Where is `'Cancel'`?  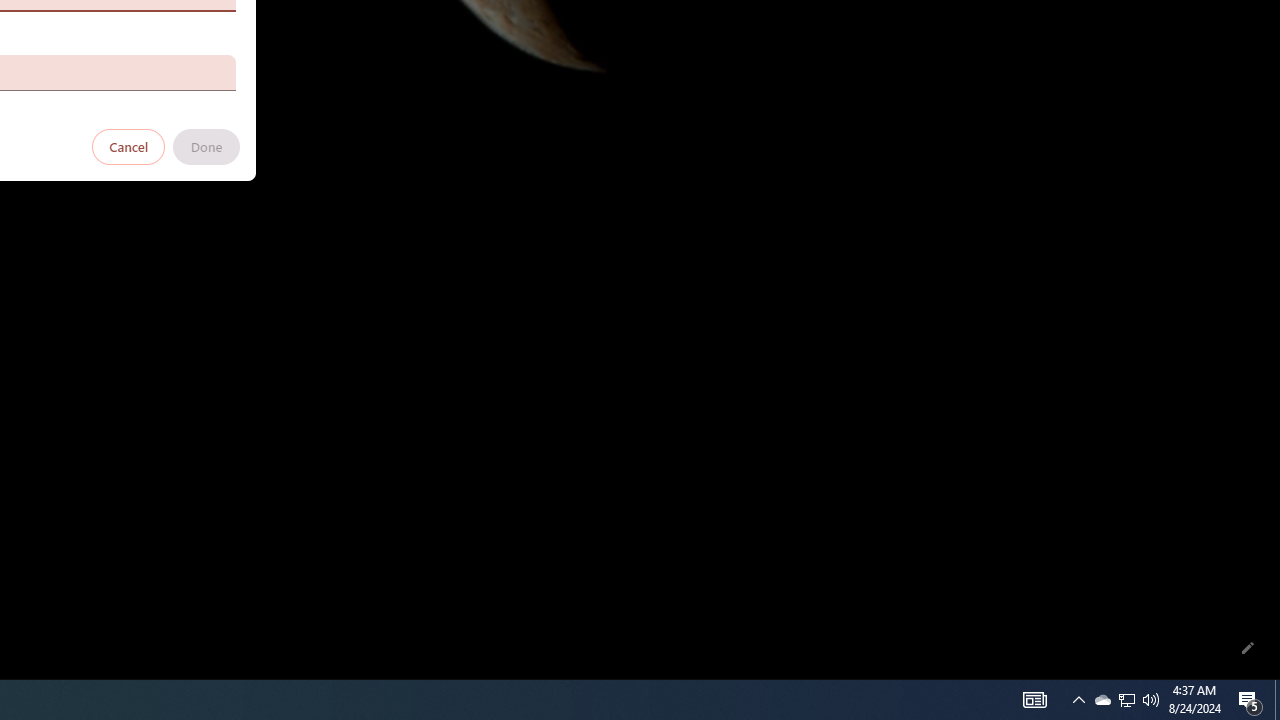
'Cancel' is located at coordinates (128, 145).